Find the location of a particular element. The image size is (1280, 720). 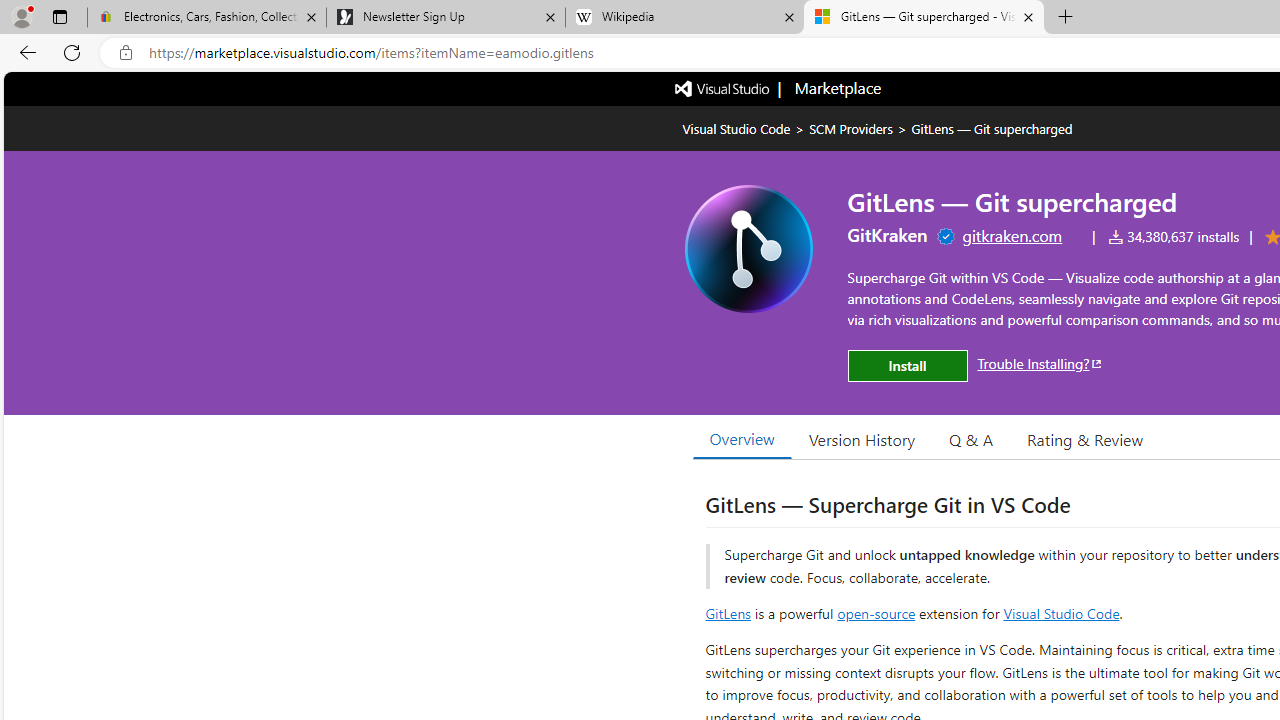

'gitkraken.com' is located at coordinates (1012, 234).